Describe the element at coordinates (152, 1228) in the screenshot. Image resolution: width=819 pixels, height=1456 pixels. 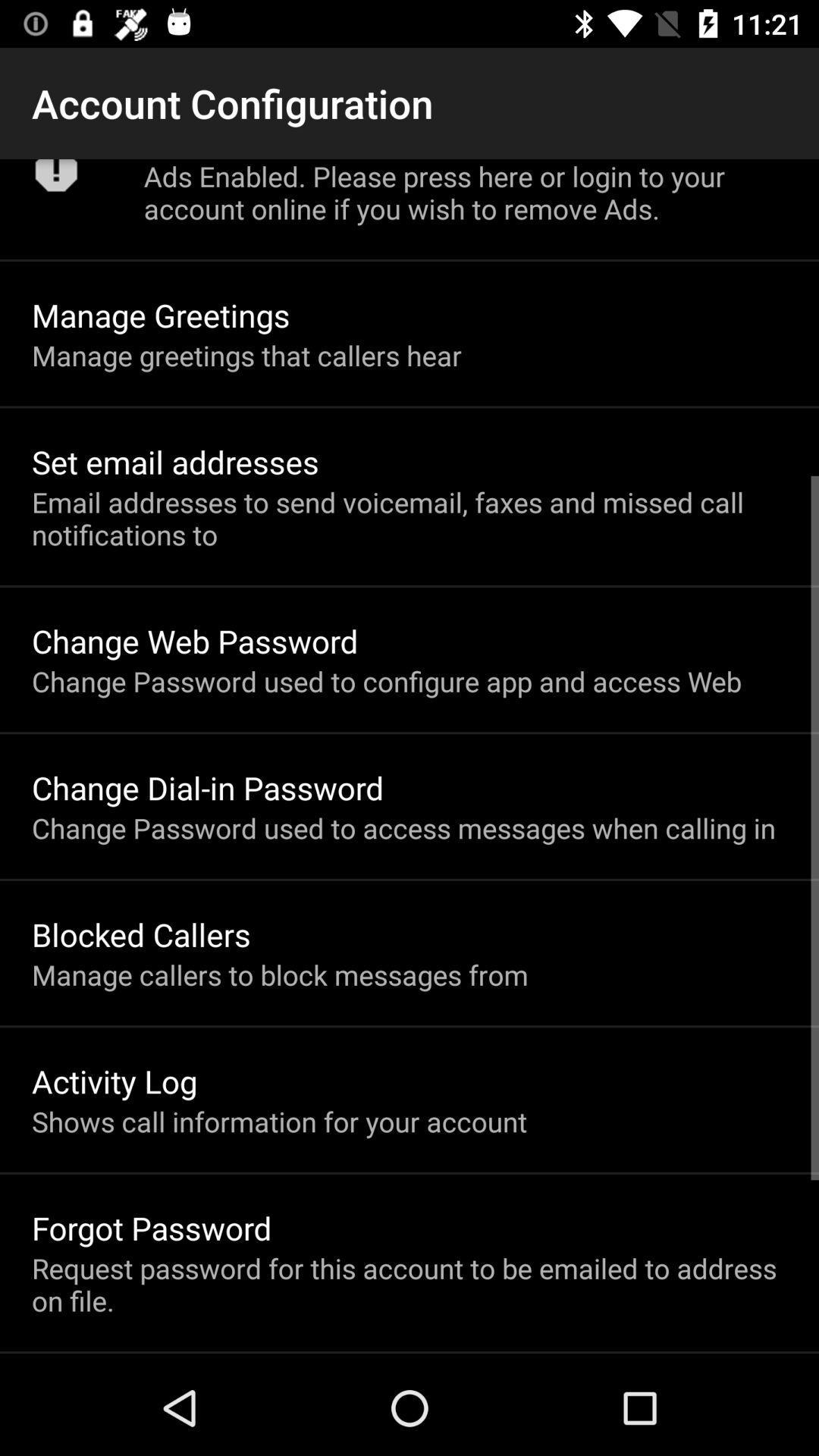
I see `app above the request password for item` at that location.